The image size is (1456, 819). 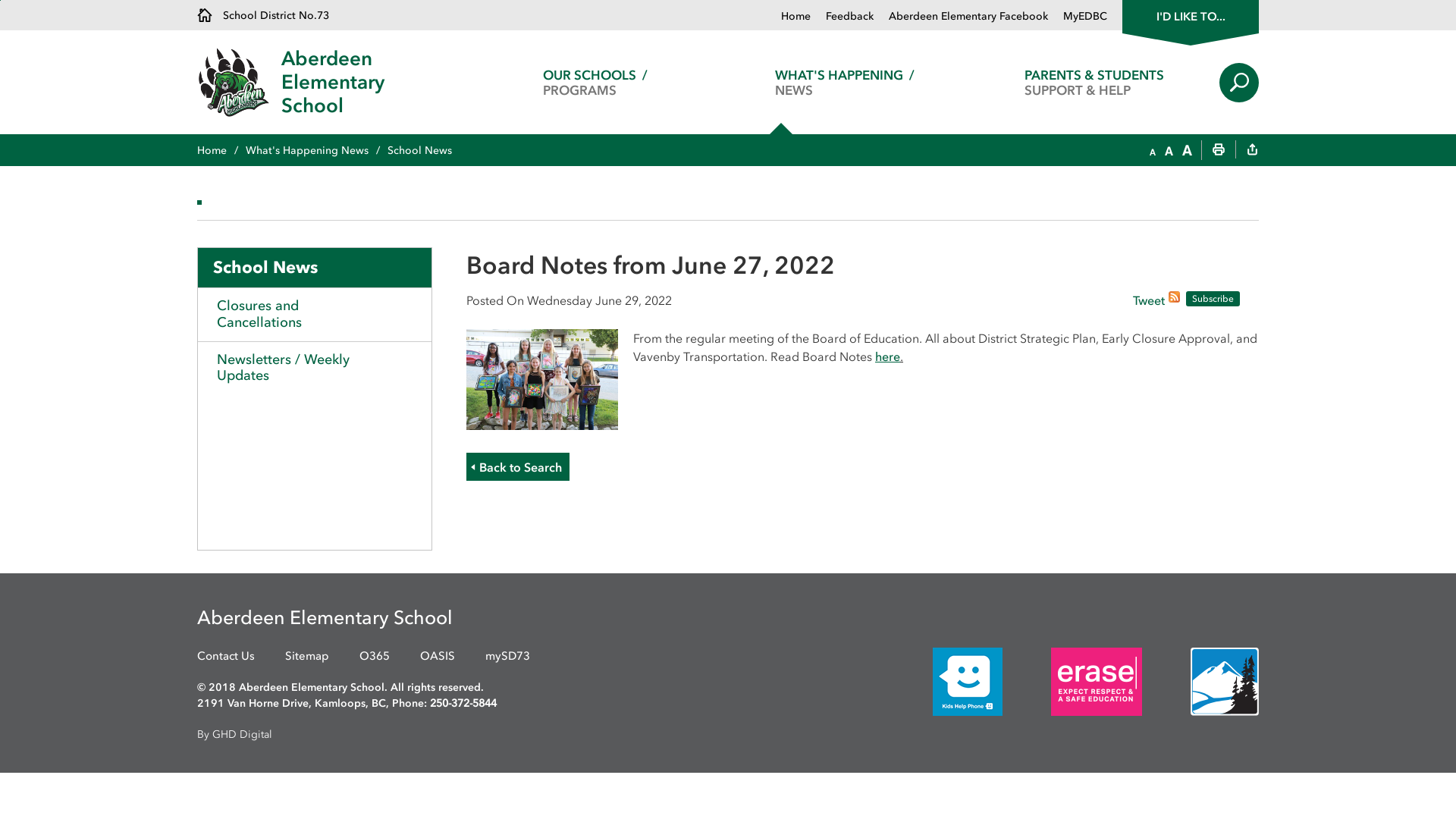 What do you see at coordinates (419, 655) in the screenshot?
I see `'OASIS'` at bounding box center [419, 655].